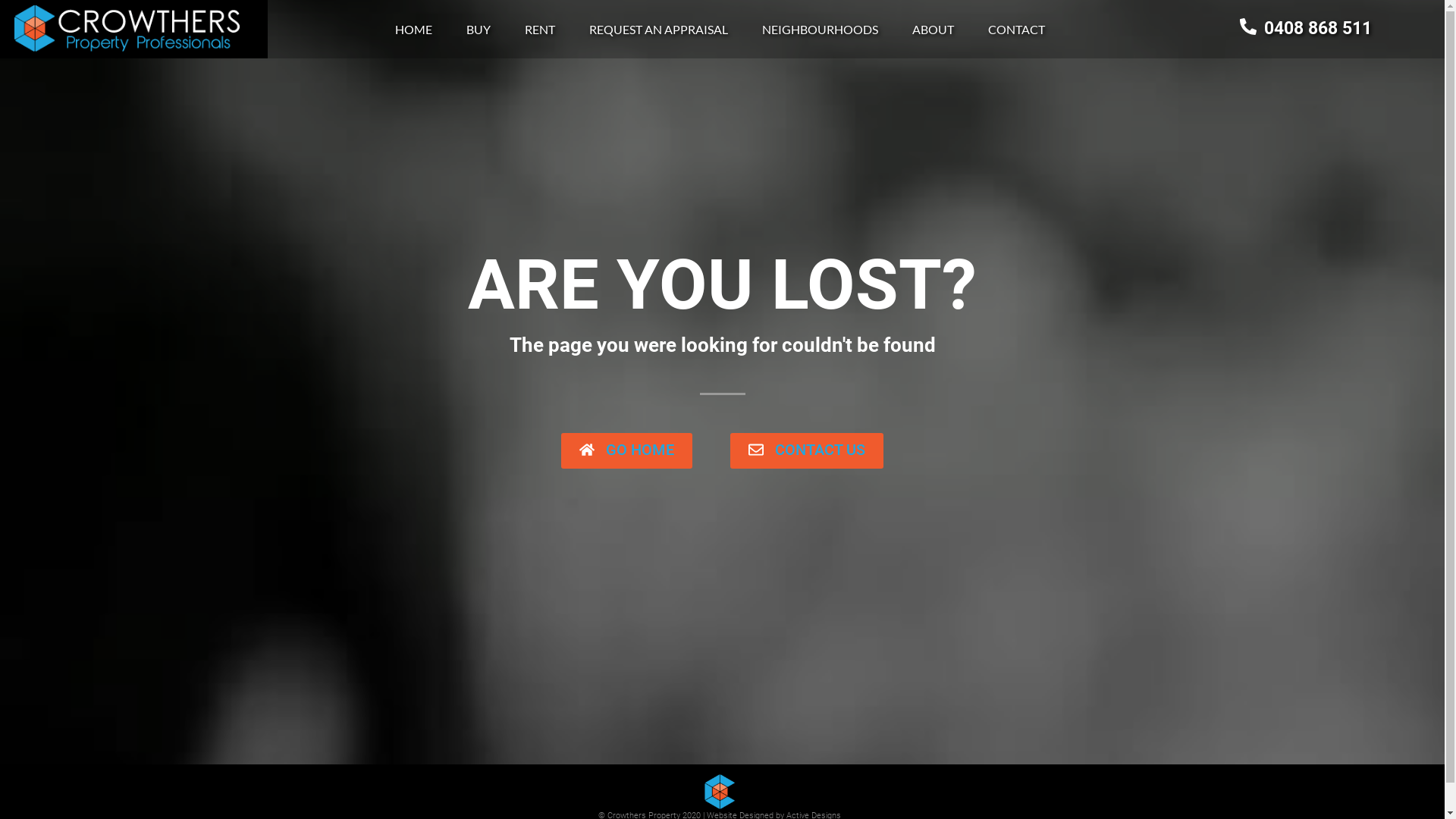 The width and height of the screenshot is (1456, 819). Describe the element at coordinates (626, 450) in the screenshot. I see `'GO HOME'` at that location.